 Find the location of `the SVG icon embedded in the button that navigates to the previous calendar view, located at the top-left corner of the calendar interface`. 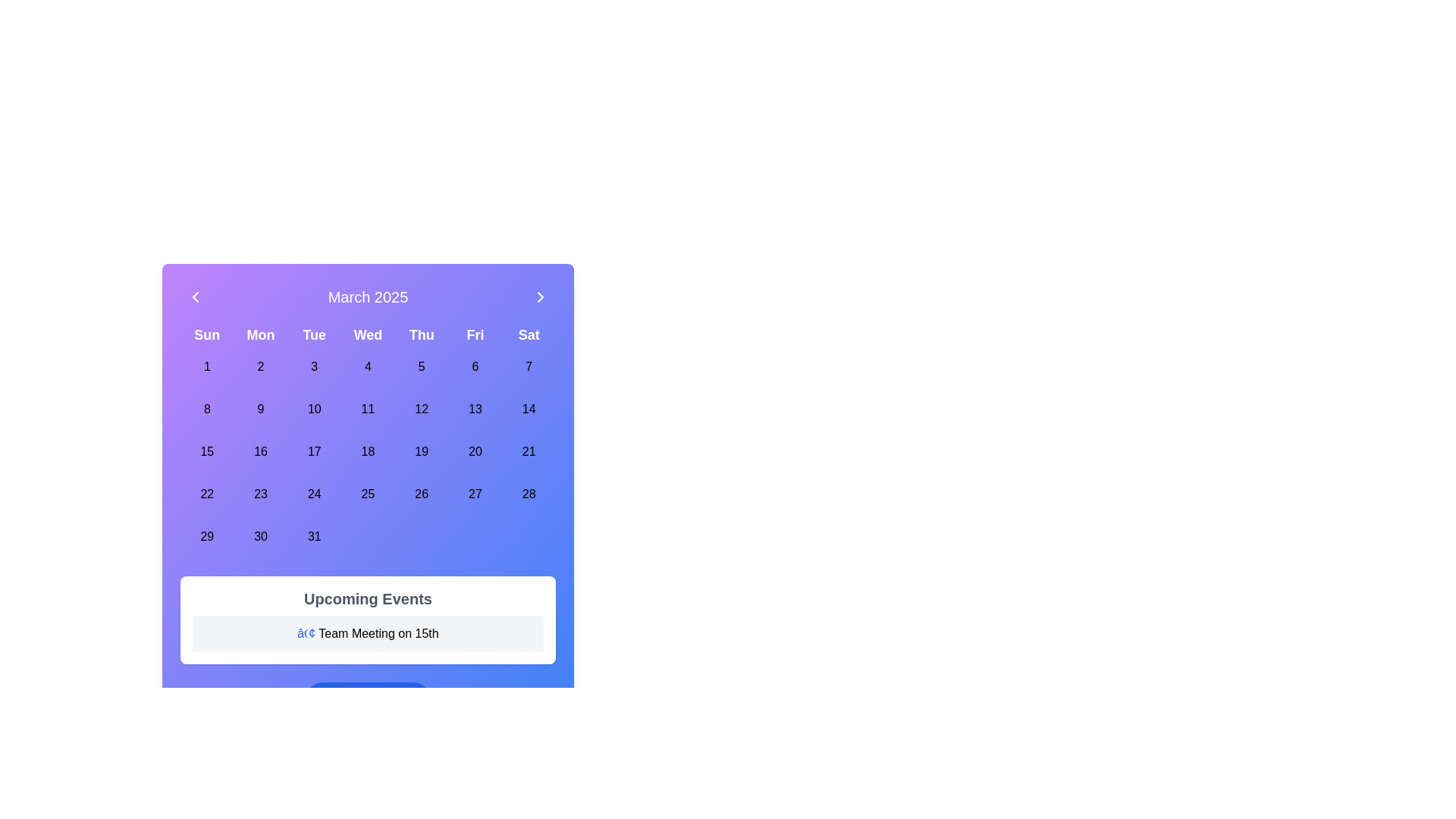

the SVG icon embedded in the button that navigates to the previous calendar view, located at the top-left corner of the calendar interface is located at coordinates (195, 297).